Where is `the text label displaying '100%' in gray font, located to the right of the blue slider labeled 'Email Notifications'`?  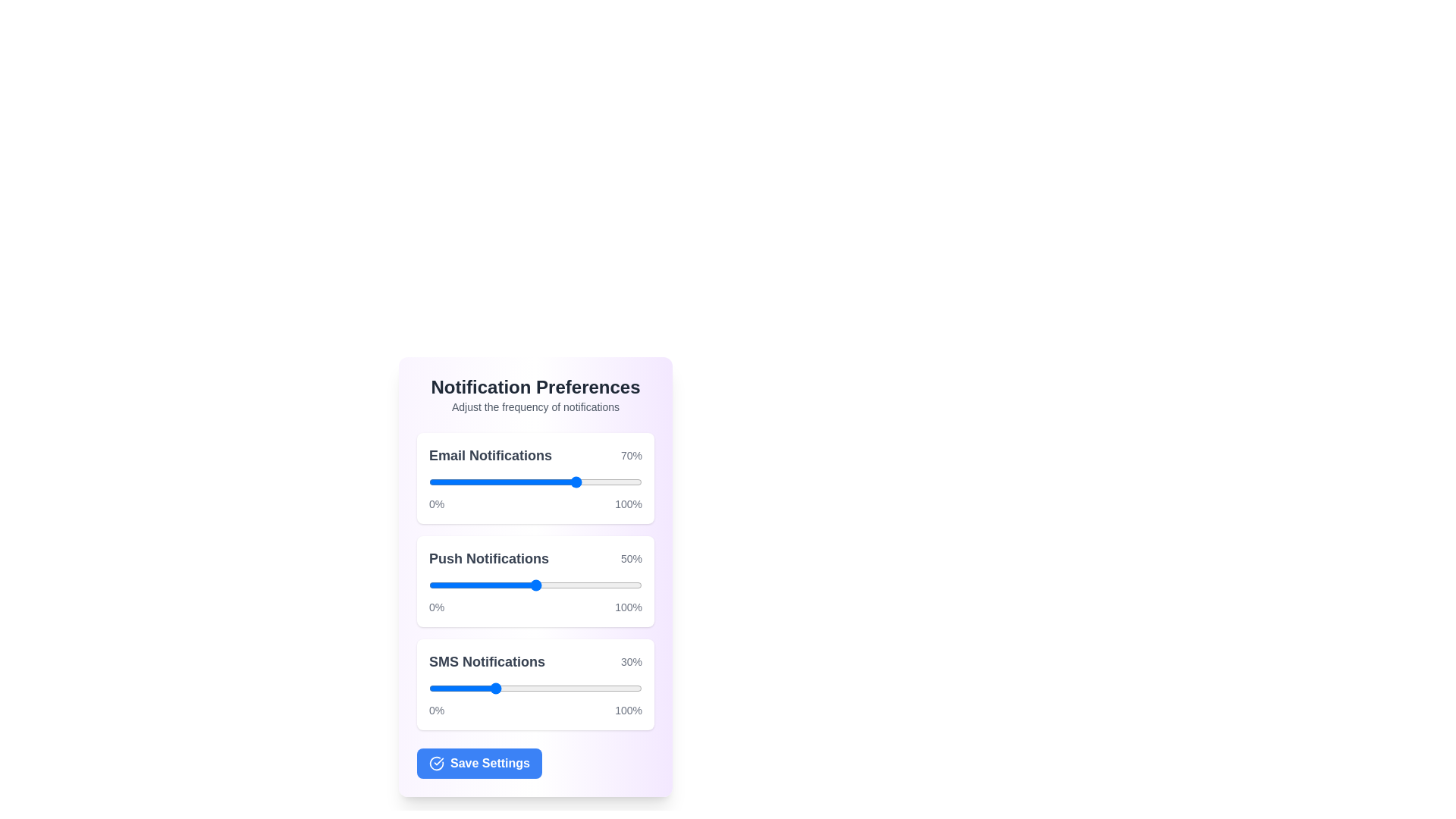
the text label displaying '100%' in gray font, located to the right of the blue slider labeled 'Email Notifications' is located at coordinates (629, 504).